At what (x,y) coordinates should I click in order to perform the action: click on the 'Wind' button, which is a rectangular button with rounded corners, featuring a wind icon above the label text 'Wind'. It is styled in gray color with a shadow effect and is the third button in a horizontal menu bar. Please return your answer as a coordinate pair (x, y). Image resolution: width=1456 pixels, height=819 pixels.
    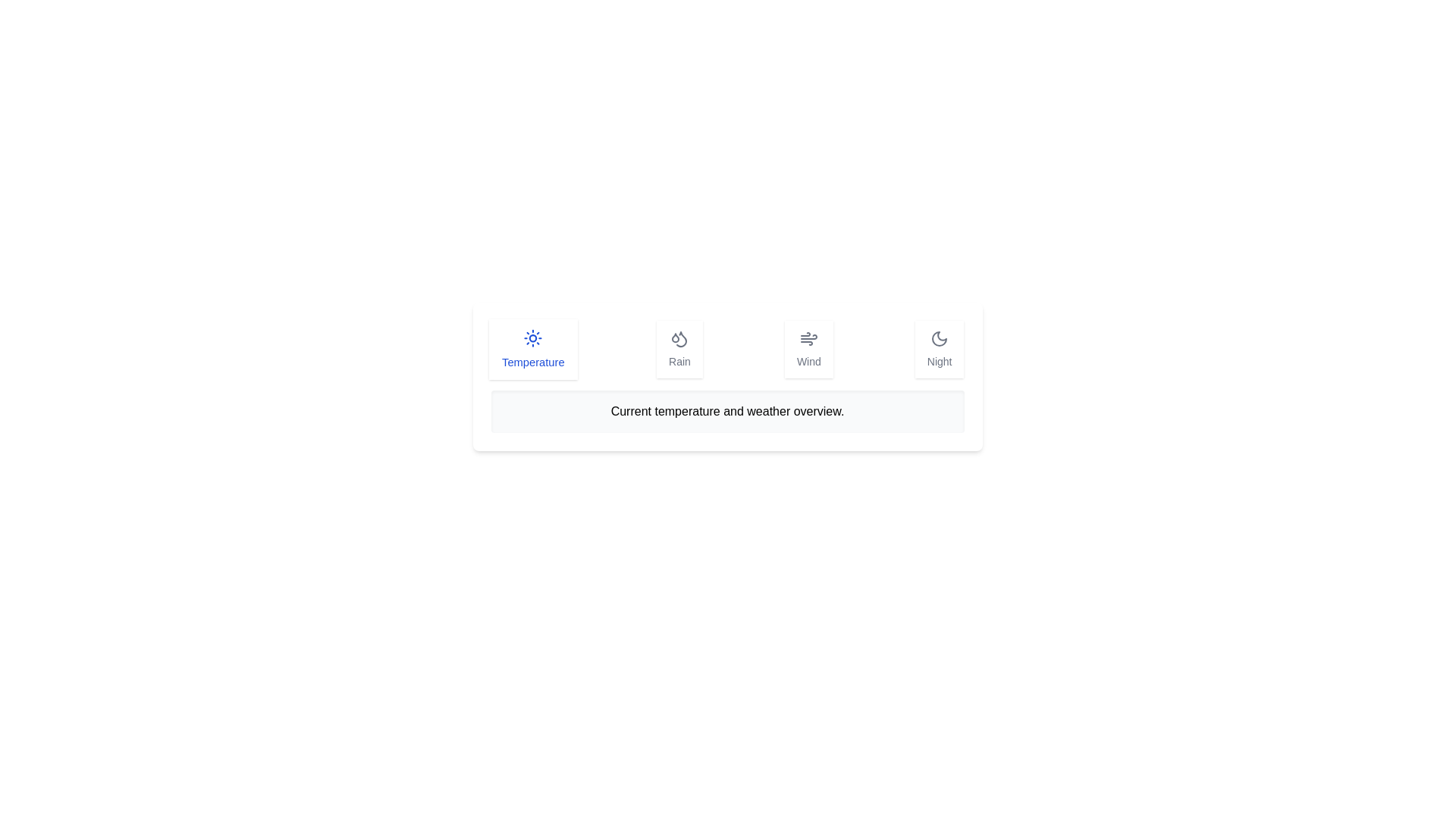
    Looking at the image, I should click on (808, 350).